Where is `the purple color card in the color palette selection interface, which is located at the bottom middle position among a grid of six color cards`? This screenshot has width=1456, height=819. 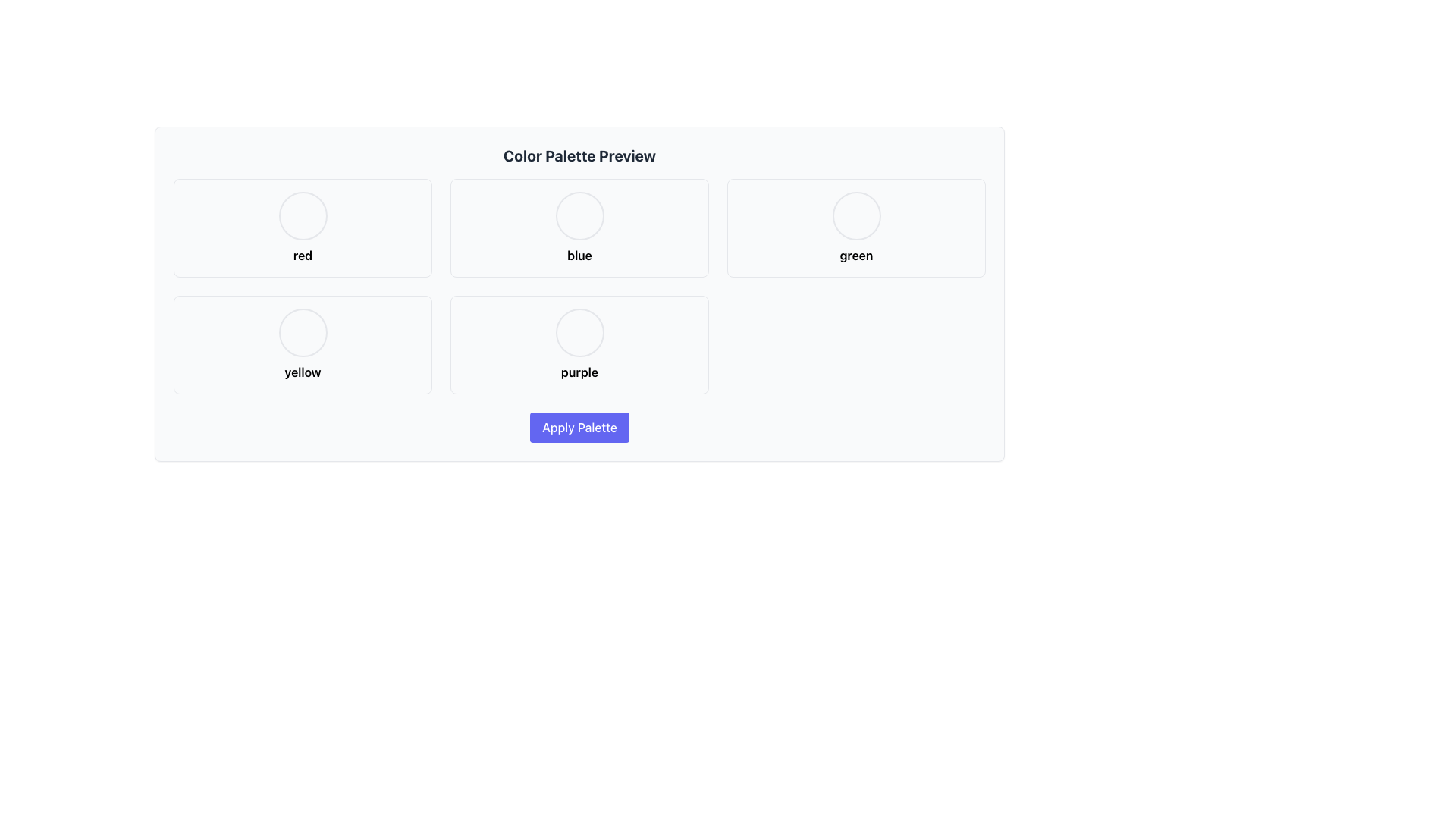 the purple color card in the color palette selection interface, which is located at the bottom middle position among a grid of six color cards is located at coordinates (579, 345).